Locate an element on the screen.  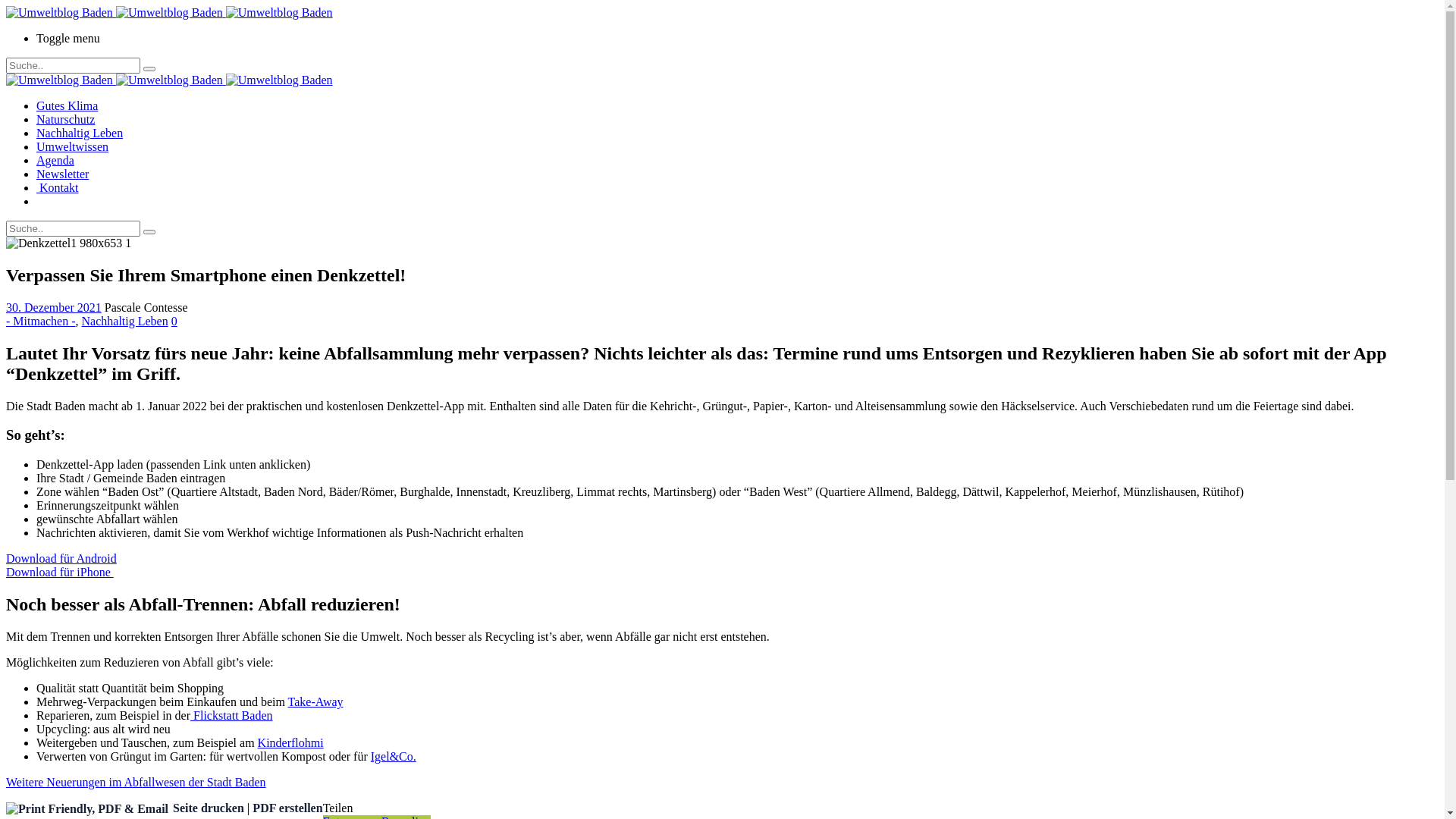
'Naturschutz' is located at coordinates (64, 118).